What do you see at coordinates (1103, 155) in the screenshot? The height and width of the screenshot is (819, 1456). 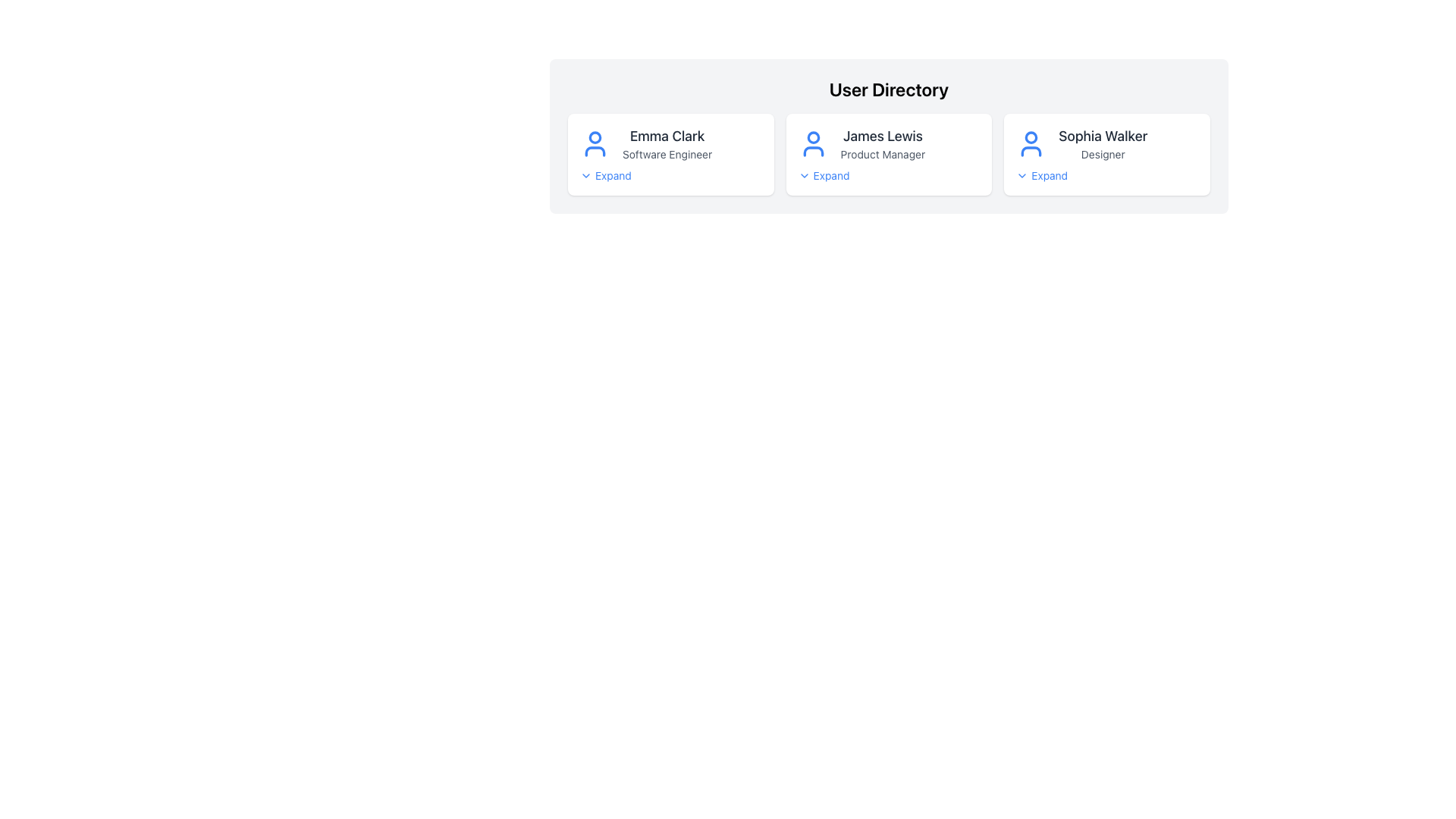 I see `the 'Designer' text label located below 'Sophia Walker' in the user directory profile card` at bounding box center [1103, 155].